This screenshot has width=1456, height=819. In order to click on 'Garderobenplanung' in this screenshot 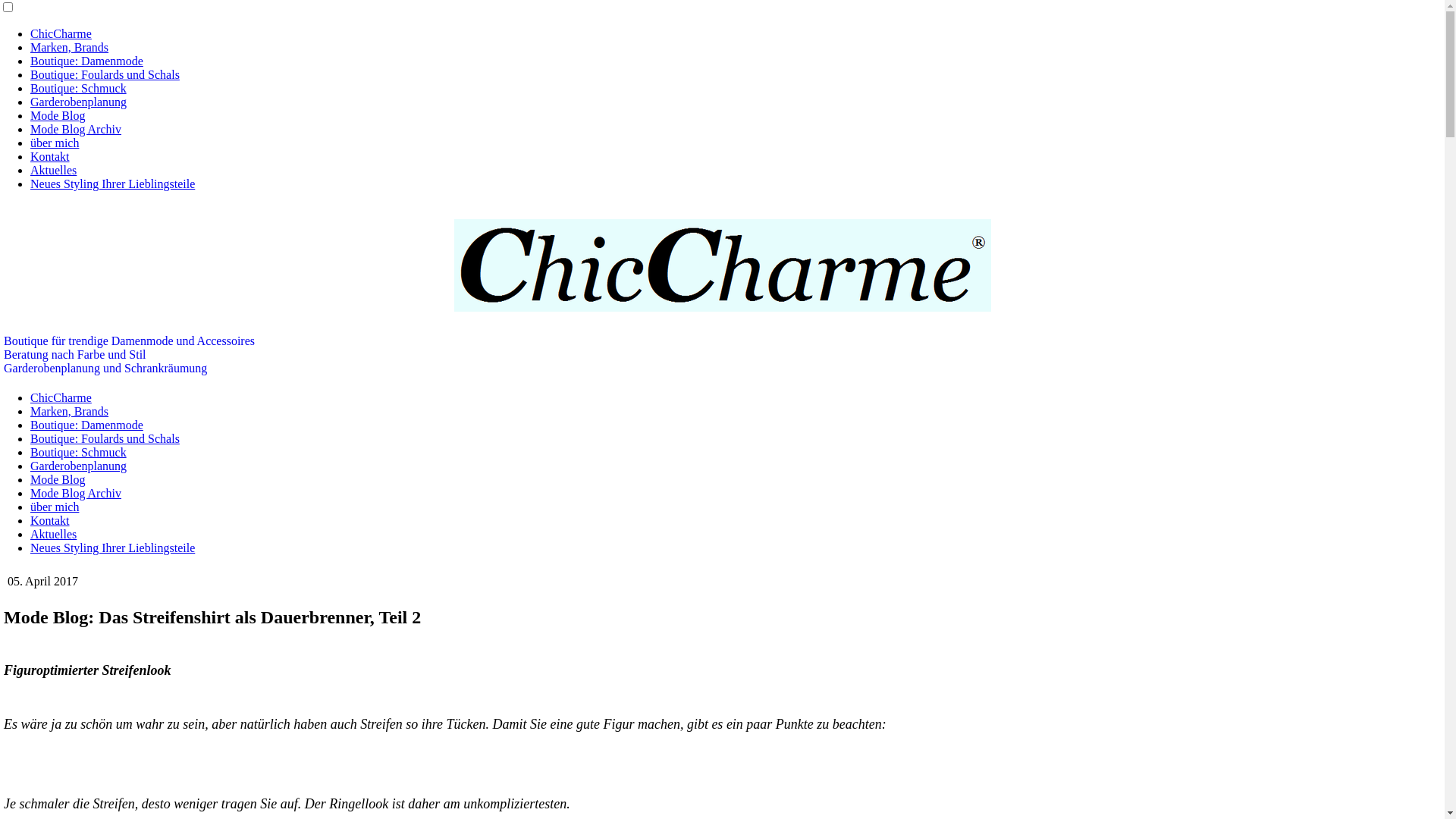, I will do `click(77, 465)`.